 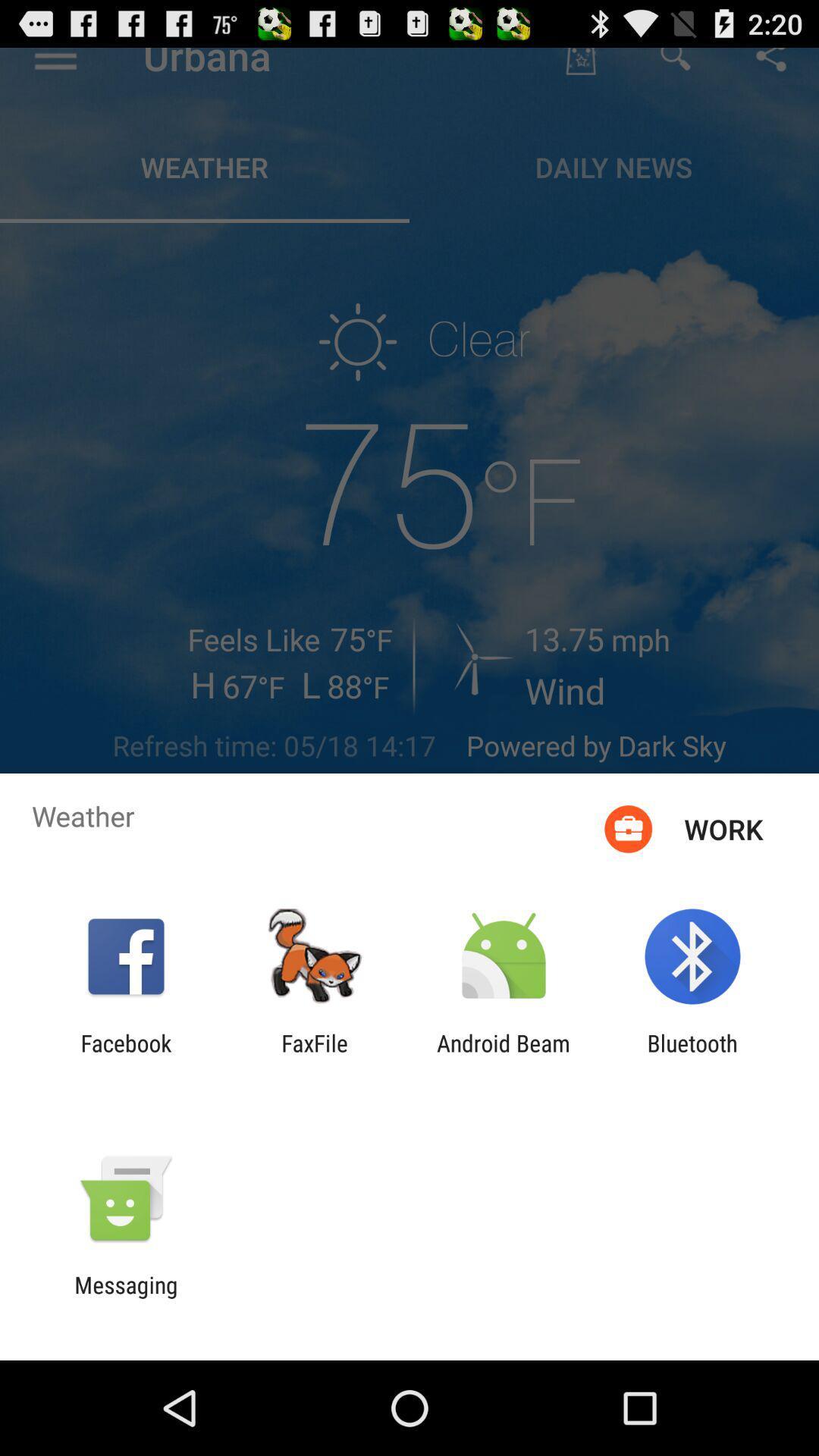 What do you see at coordinates (504, 1056) in the screenshot?
I see `item next to the faxfile` at bounding box center [504, 1056].